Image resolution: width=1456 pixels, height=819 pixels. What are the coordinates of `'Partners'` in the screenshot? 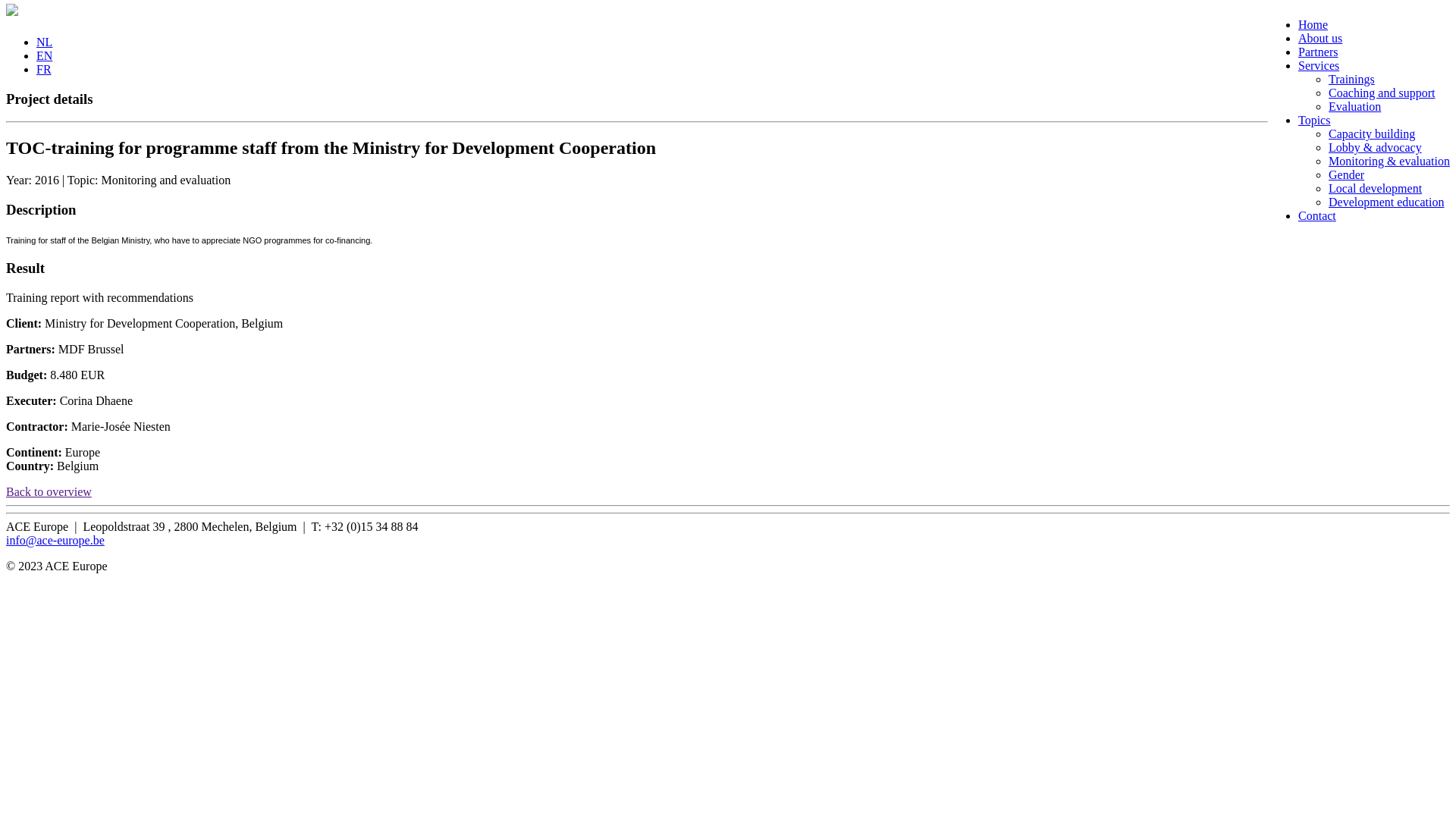 It's located at (1298, 51).